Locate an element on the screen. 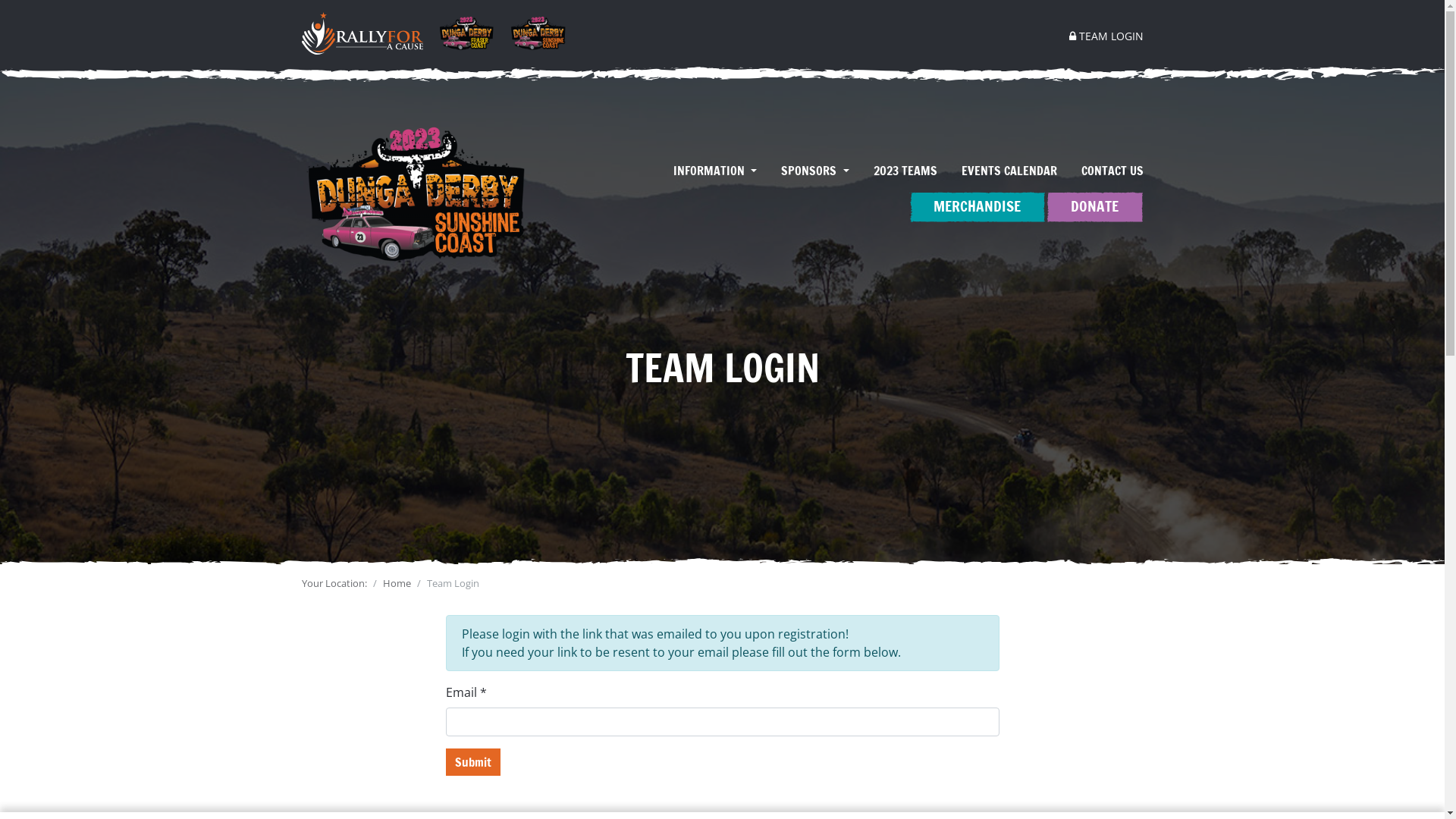 This screenshot has height=819, width=1456. 'TEAM LOGIN' is located at coordinates (1100, 35).